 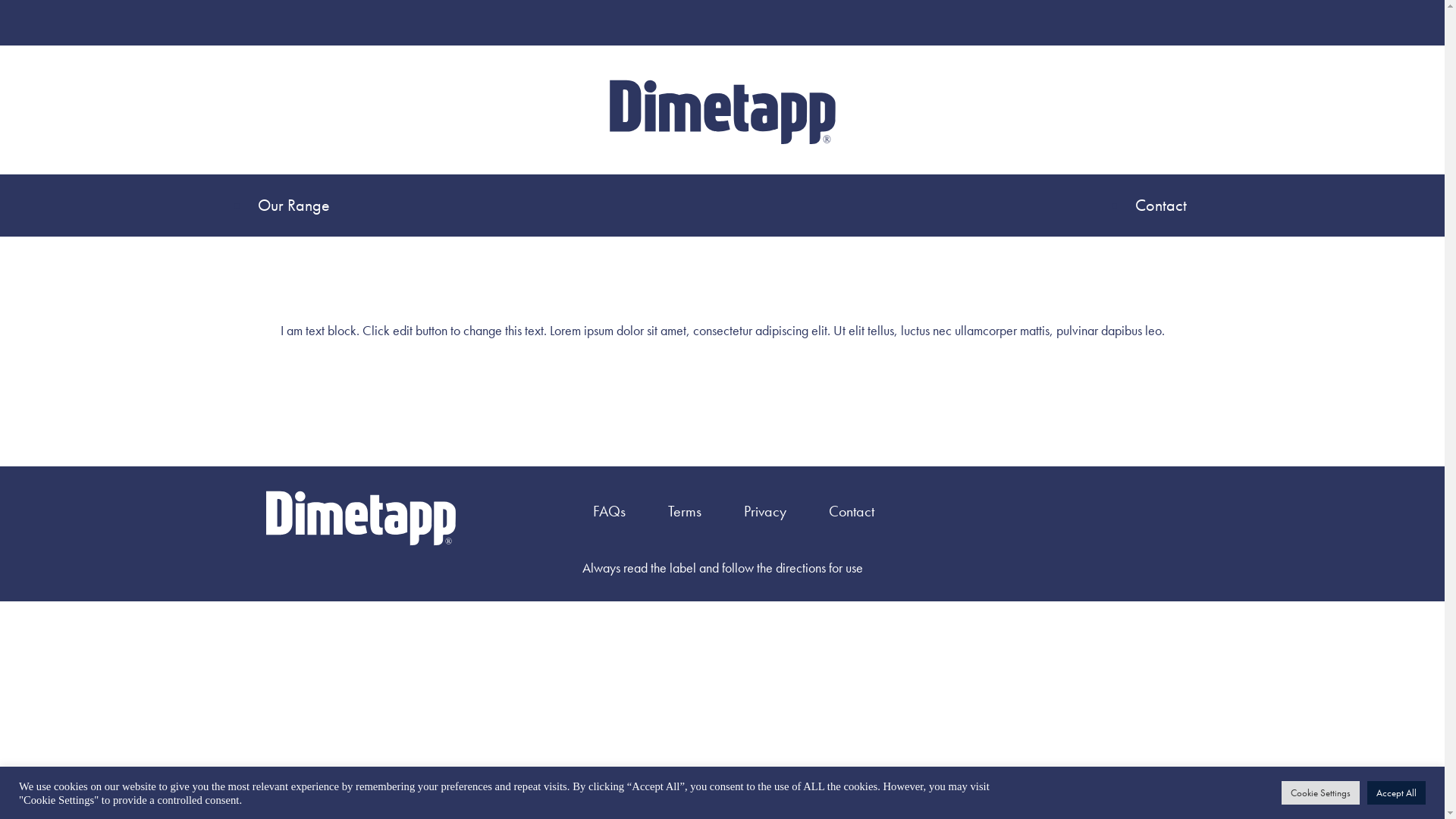 I want to click on 'Contact', so click(x=1160, y=205).